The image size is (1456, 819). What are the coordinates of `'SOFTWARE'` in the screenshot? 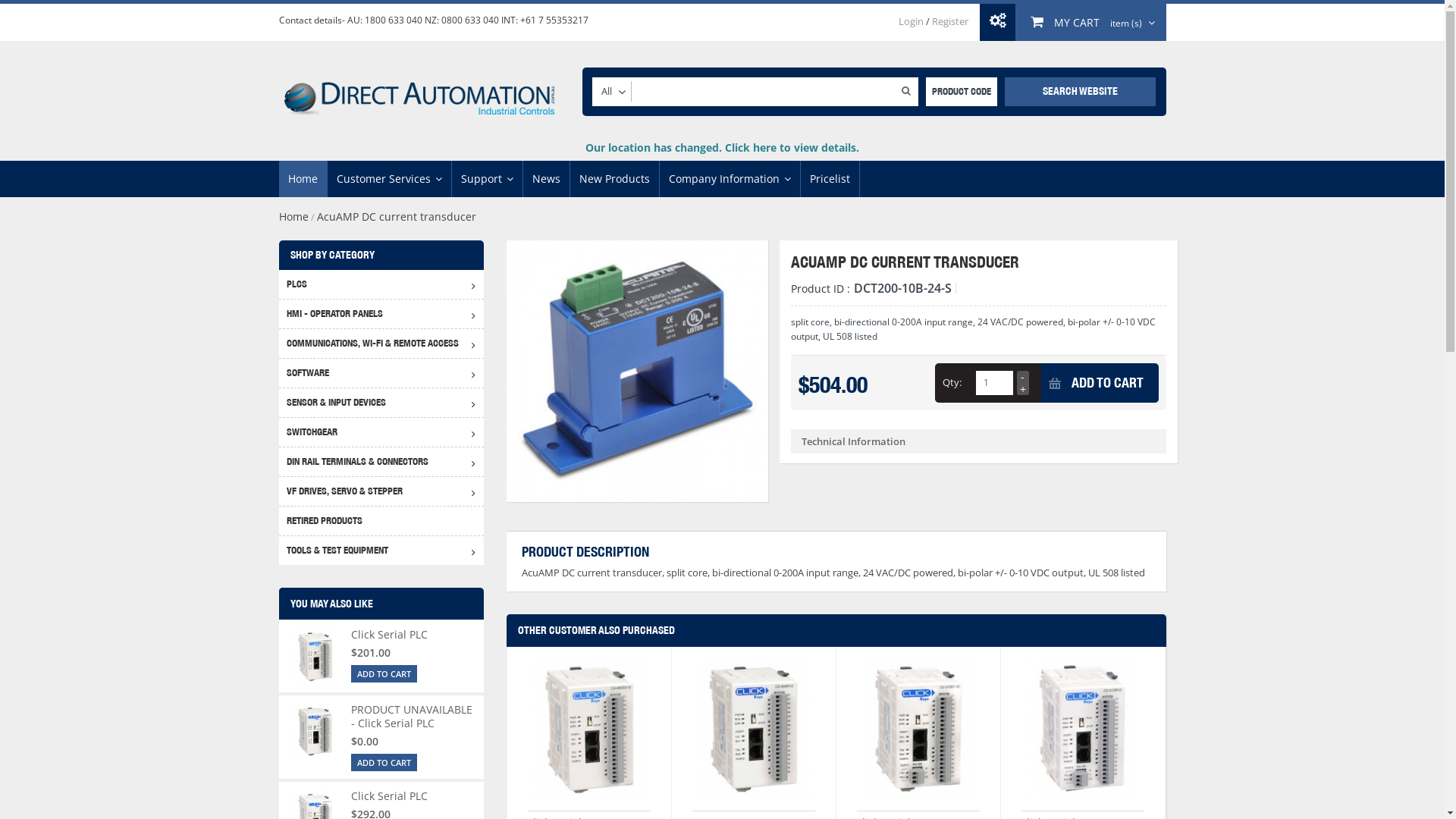 It's located at (381, 372).